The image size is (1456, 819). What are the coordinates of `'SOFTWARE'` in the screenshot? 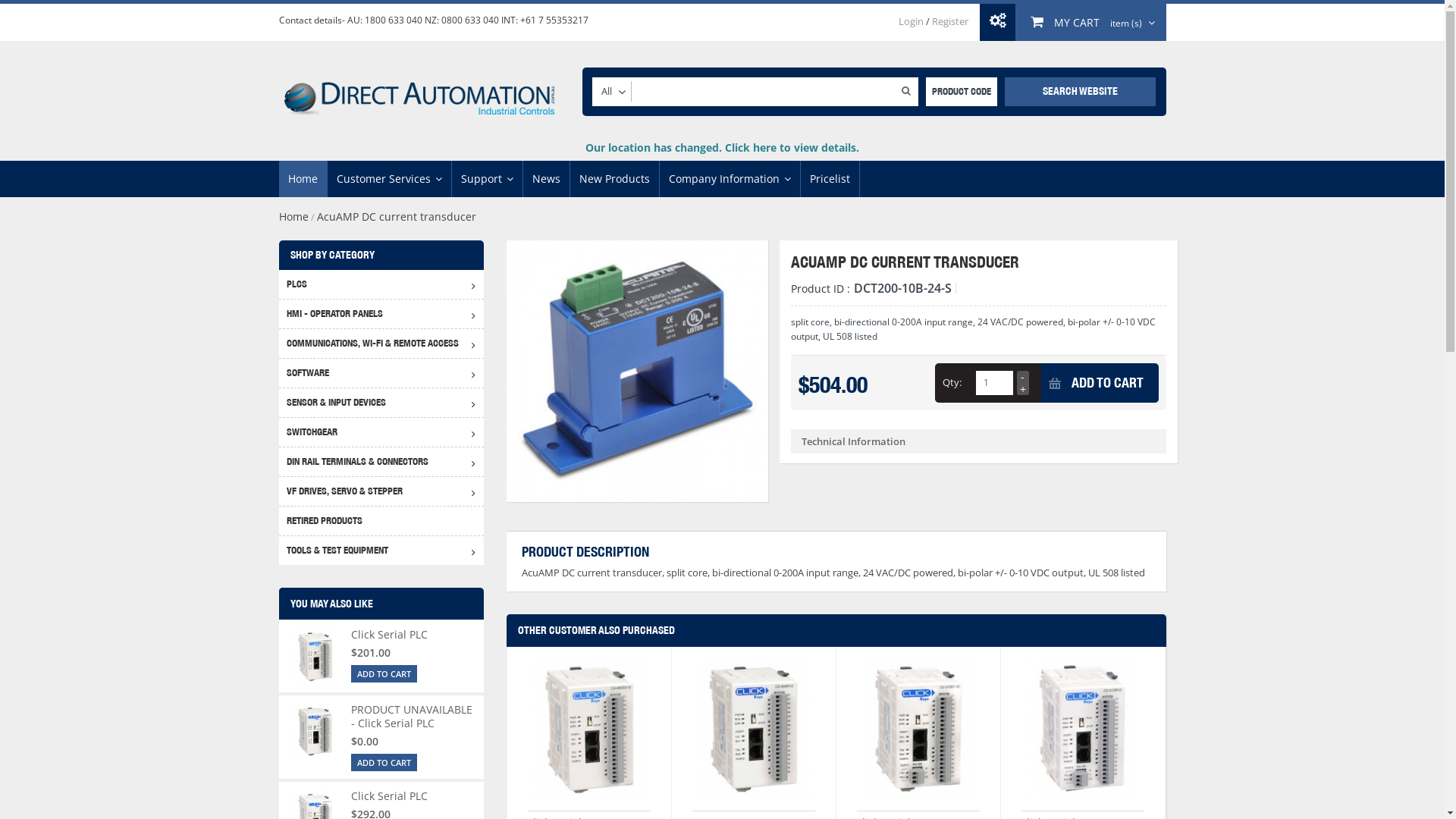 It's located at (381, 372).